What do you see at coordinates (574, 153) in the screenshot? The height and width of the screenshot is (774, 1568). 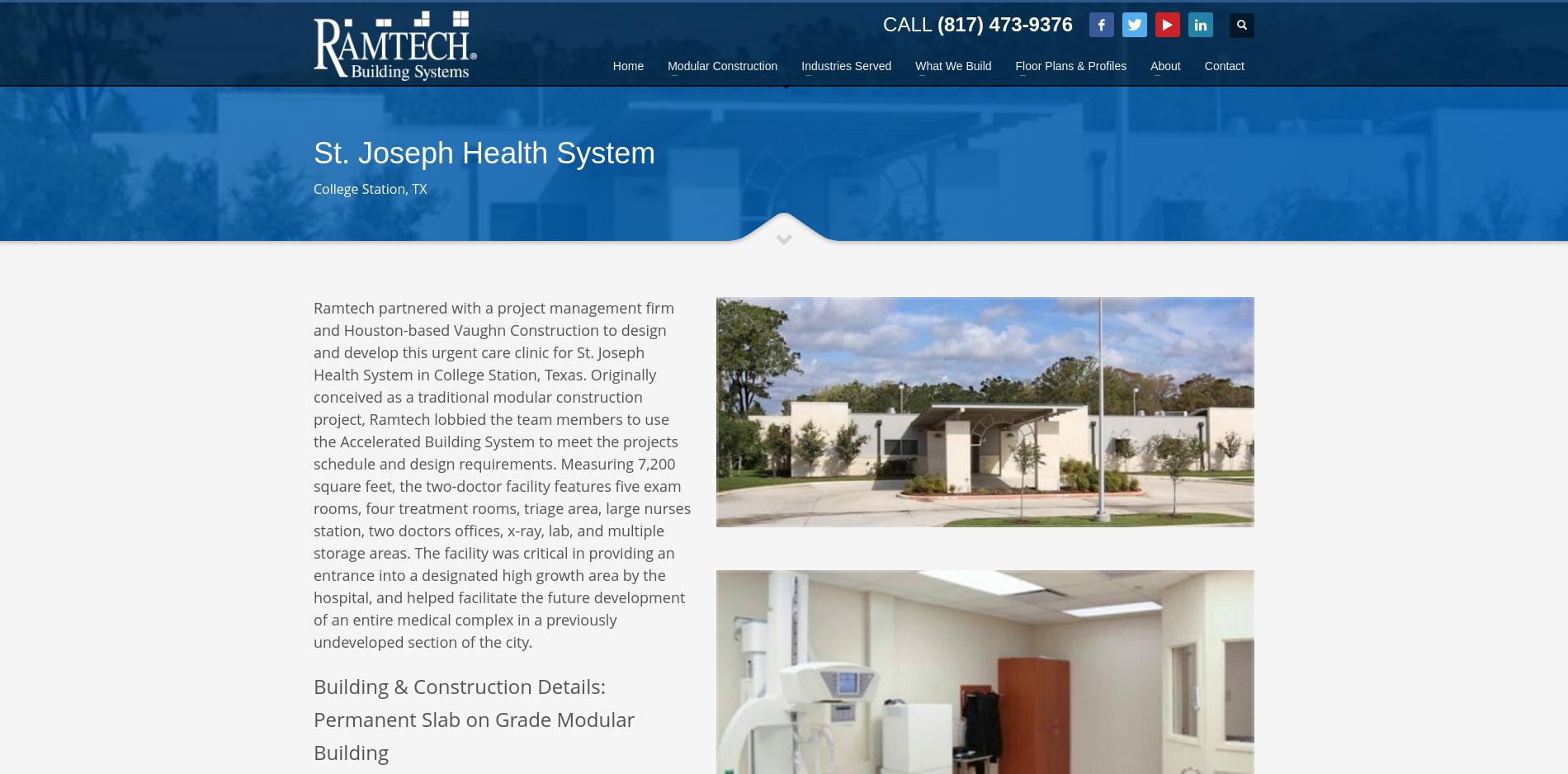 I see `'sales@ramtechmodular.com'` at bounding box center [574, 153].